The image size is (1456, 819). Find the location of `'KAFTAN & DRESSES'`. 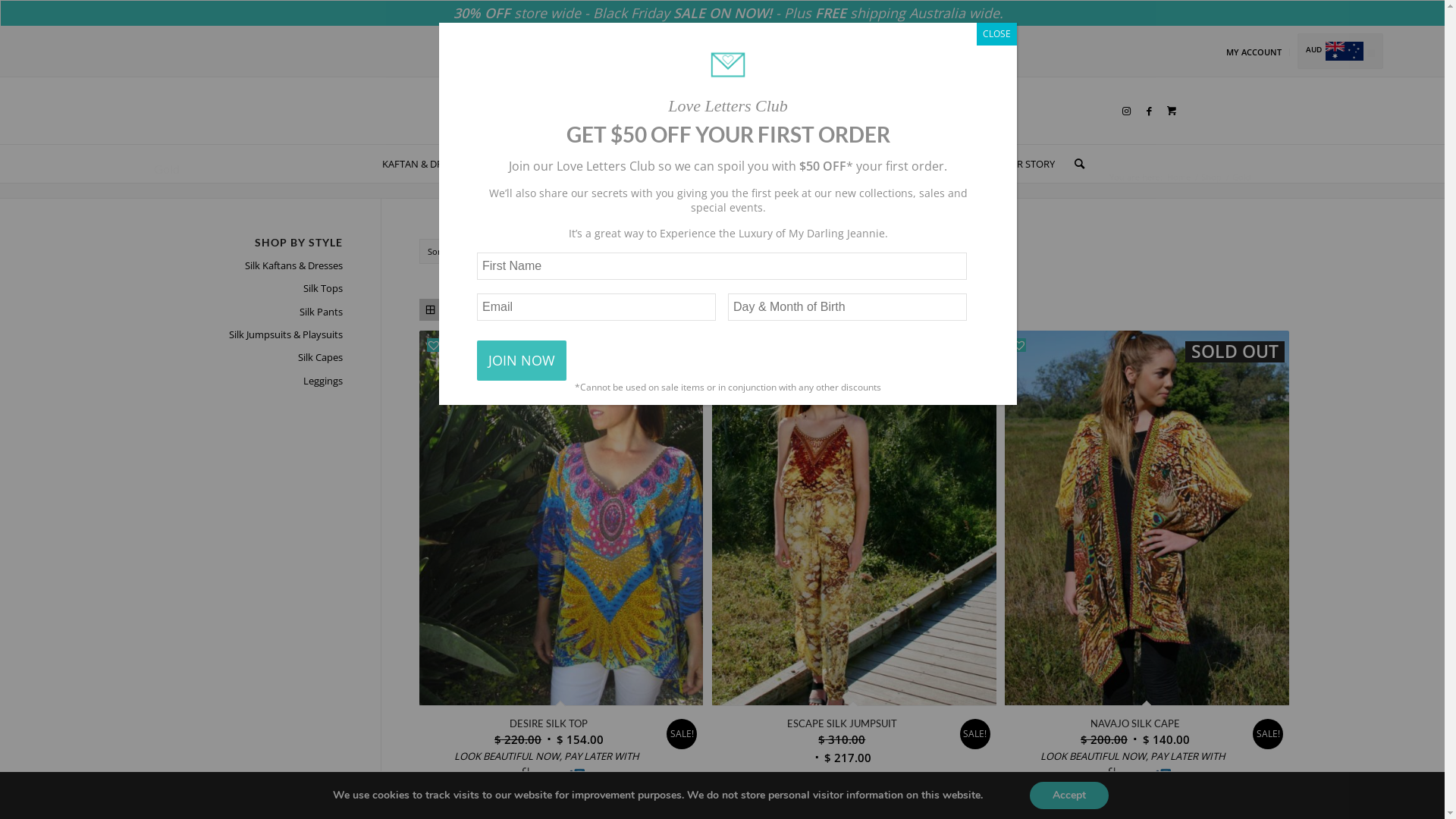

'KAFTAN & DRESSES' is located at coordinates (419, 164).